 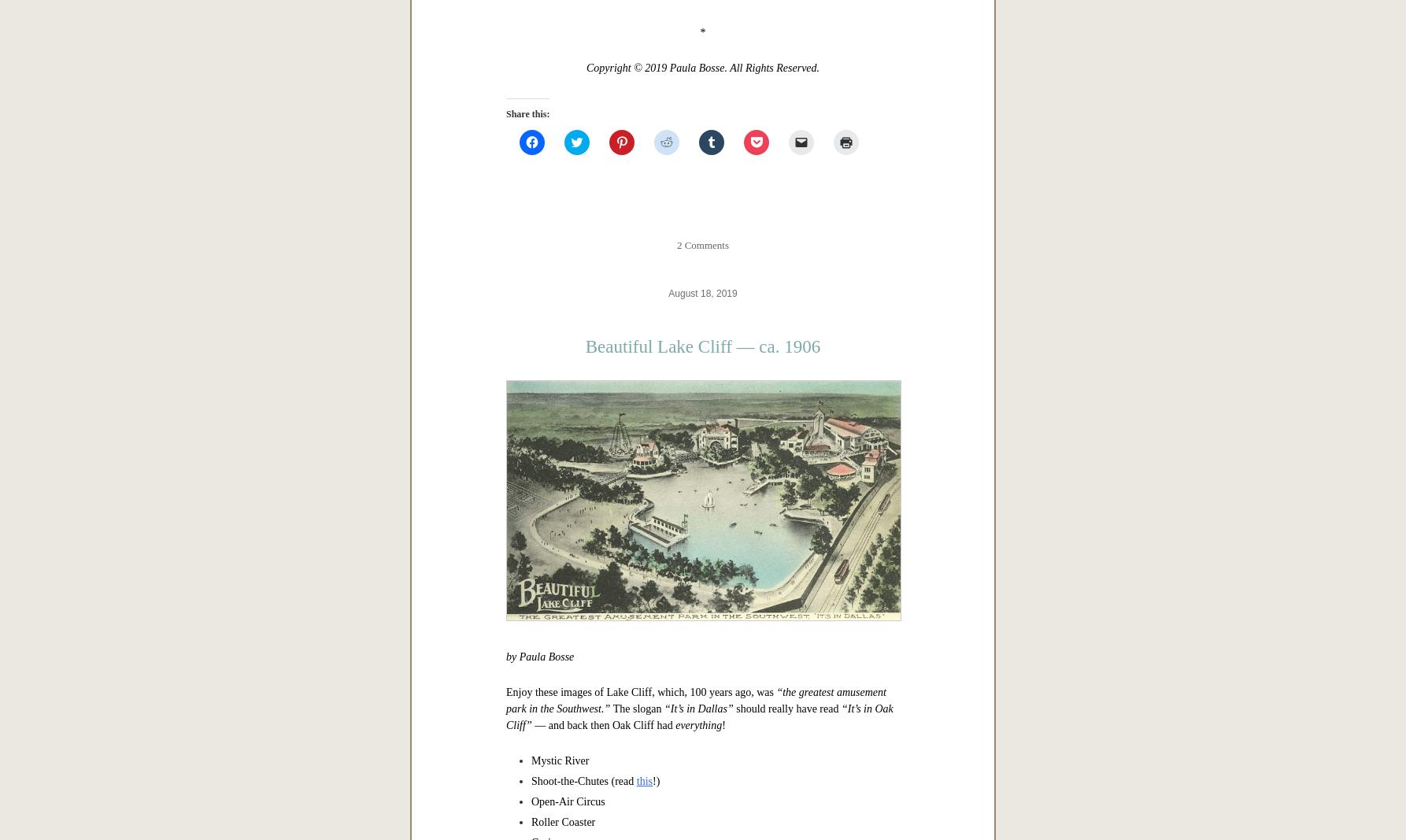 I want to click on 'Enjoy these images of Lake Cliff, which, 100 years ago, was', so click(x=640, y=690).